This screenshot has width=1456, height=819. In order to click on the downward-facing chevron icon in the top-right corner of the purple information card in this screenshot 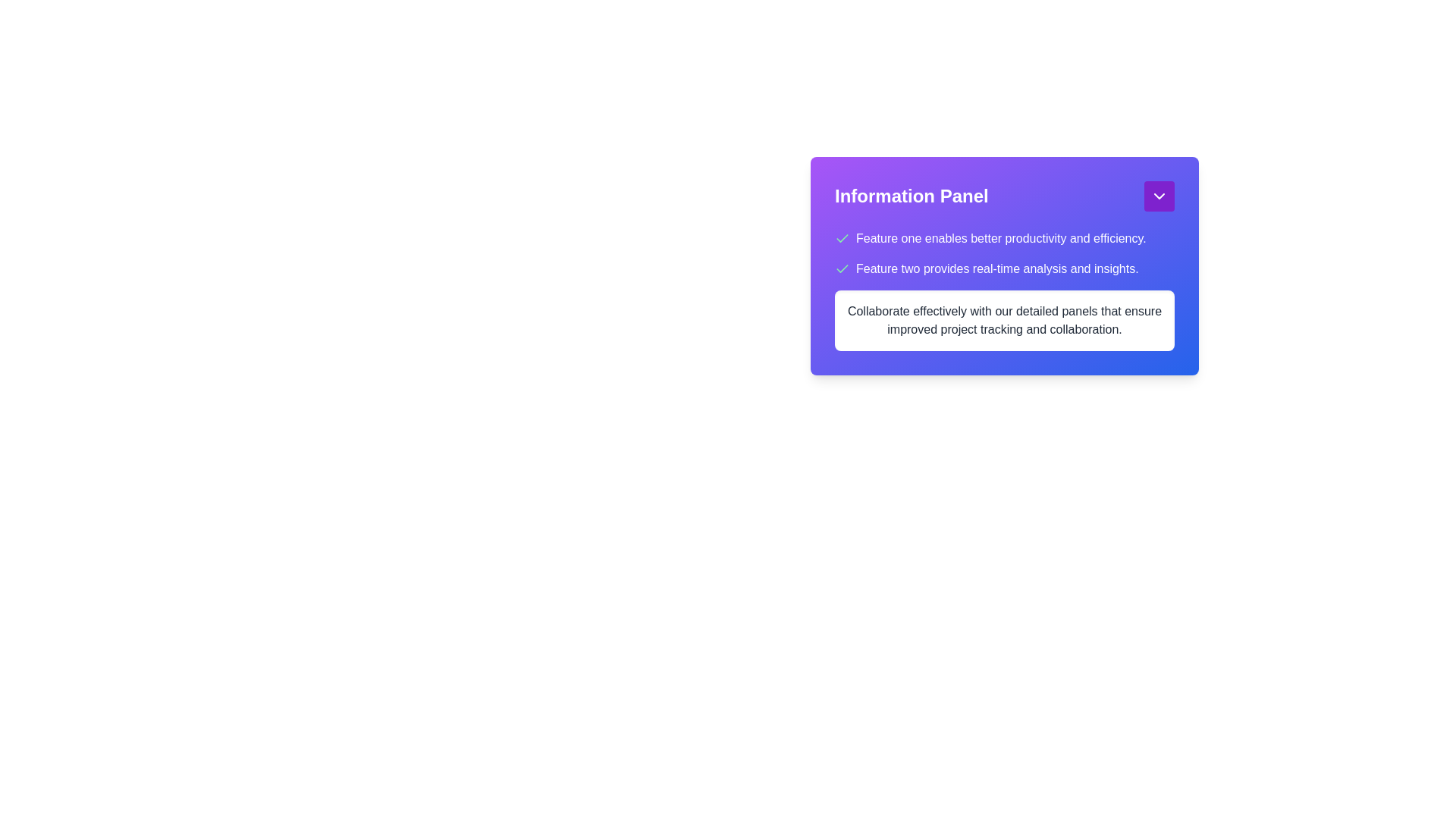, I will do `click(1159, 195)`.